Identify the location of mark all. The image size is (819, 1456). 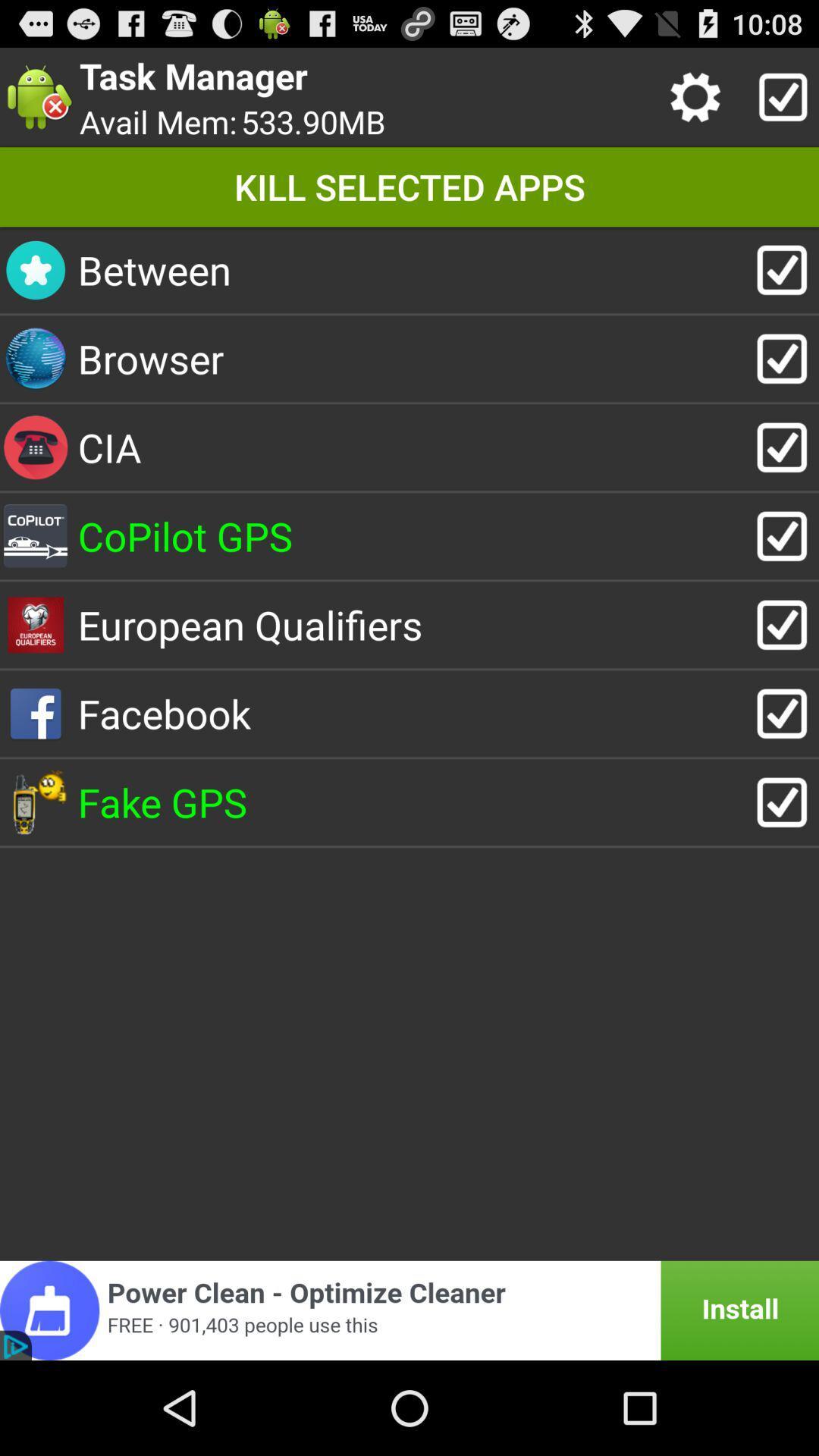
(779, 96).